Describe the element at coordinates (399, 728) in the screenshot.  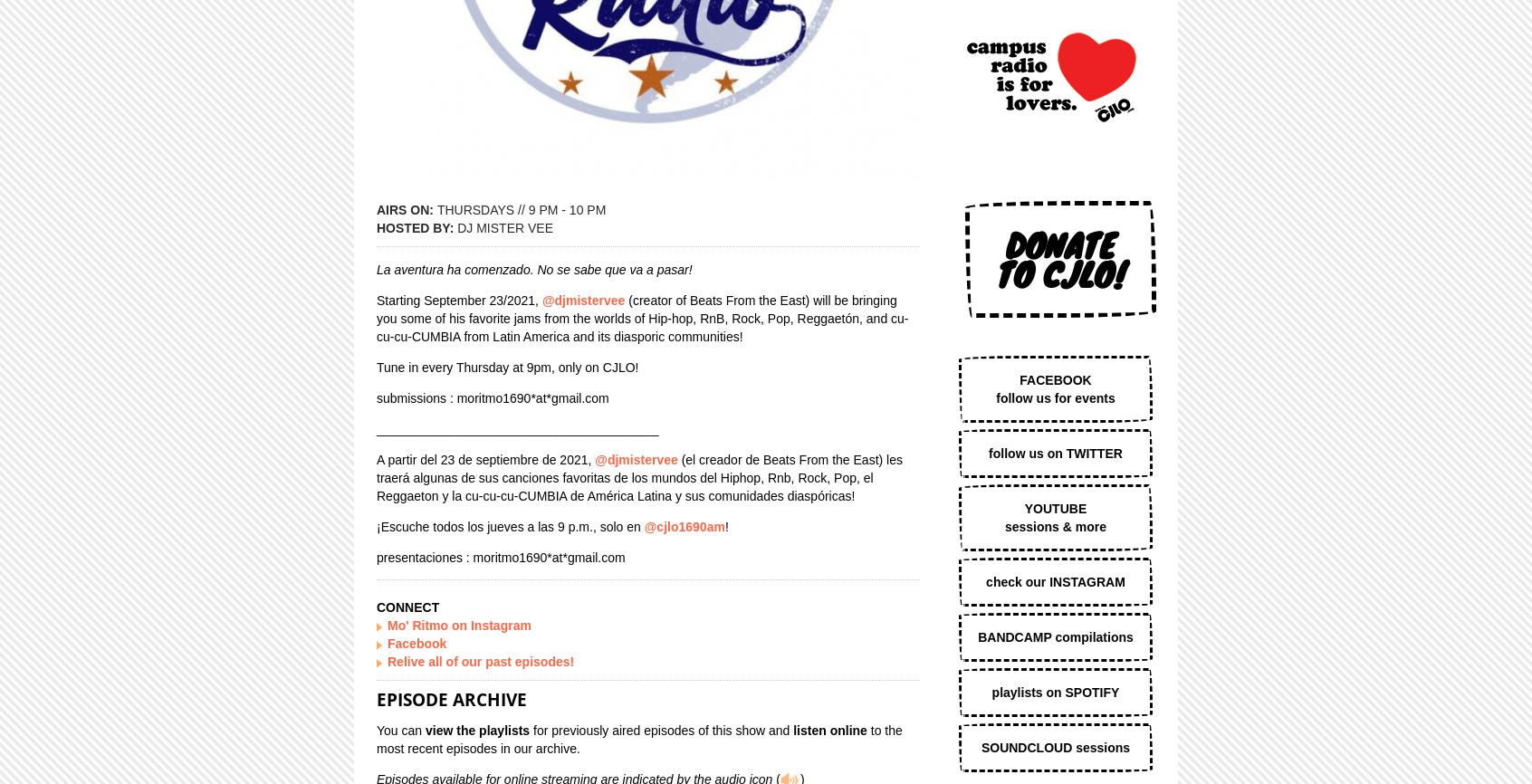
I see `'You can'` at that location.